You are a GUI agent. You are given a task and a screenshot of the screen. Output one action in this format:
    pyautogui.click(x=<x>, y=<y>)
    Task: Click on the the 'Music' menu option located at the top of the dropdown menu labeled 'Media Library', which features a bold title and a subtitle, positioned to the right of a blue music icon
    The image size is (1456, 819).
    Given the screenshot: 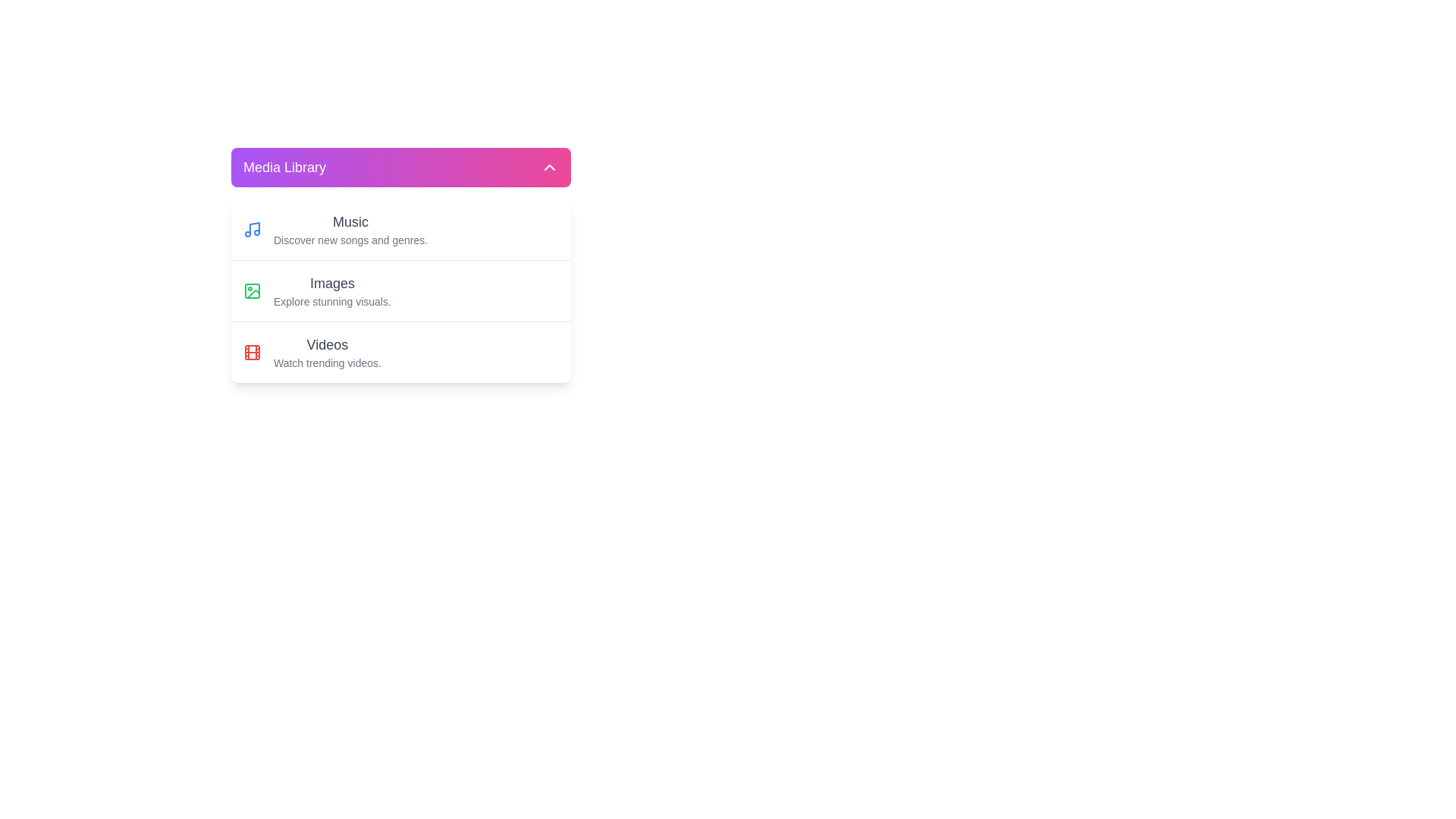 What is the action you would take?
    pyautogui.click(x=350, y=230)
    